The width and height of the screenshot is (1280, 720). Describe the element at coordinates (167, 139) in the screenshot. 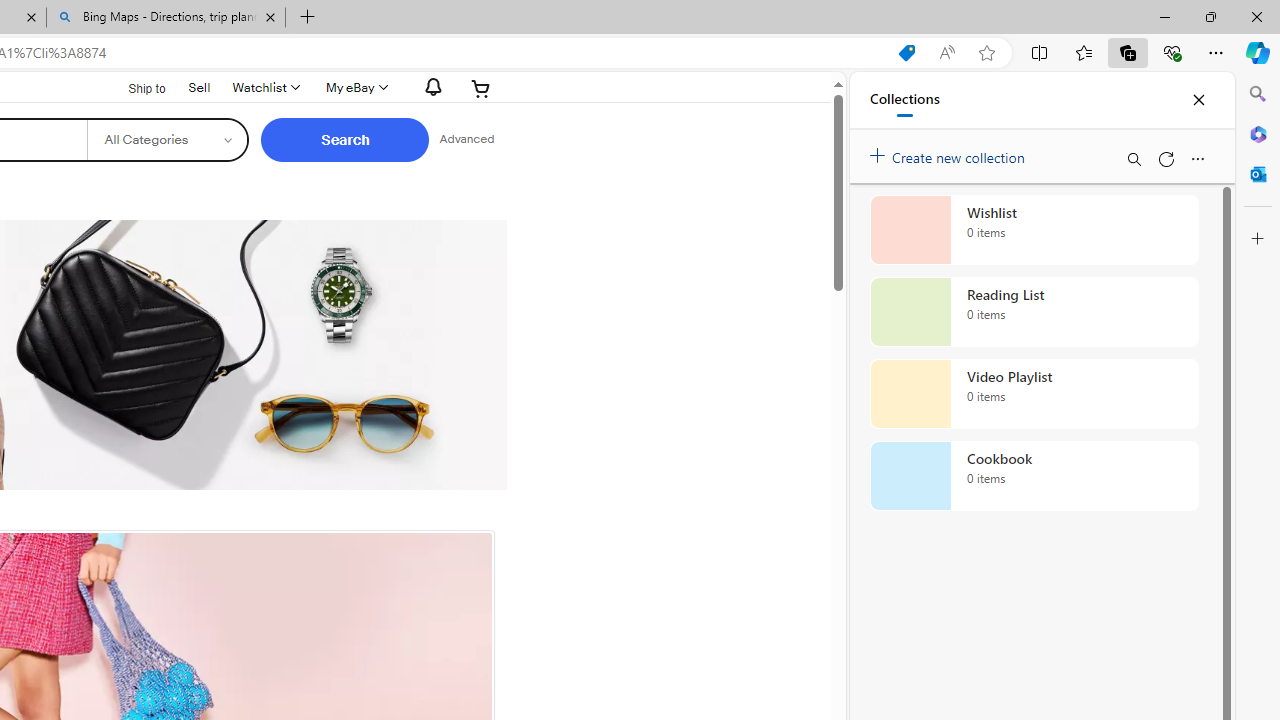

I see `'Select a category for search'` at that location.